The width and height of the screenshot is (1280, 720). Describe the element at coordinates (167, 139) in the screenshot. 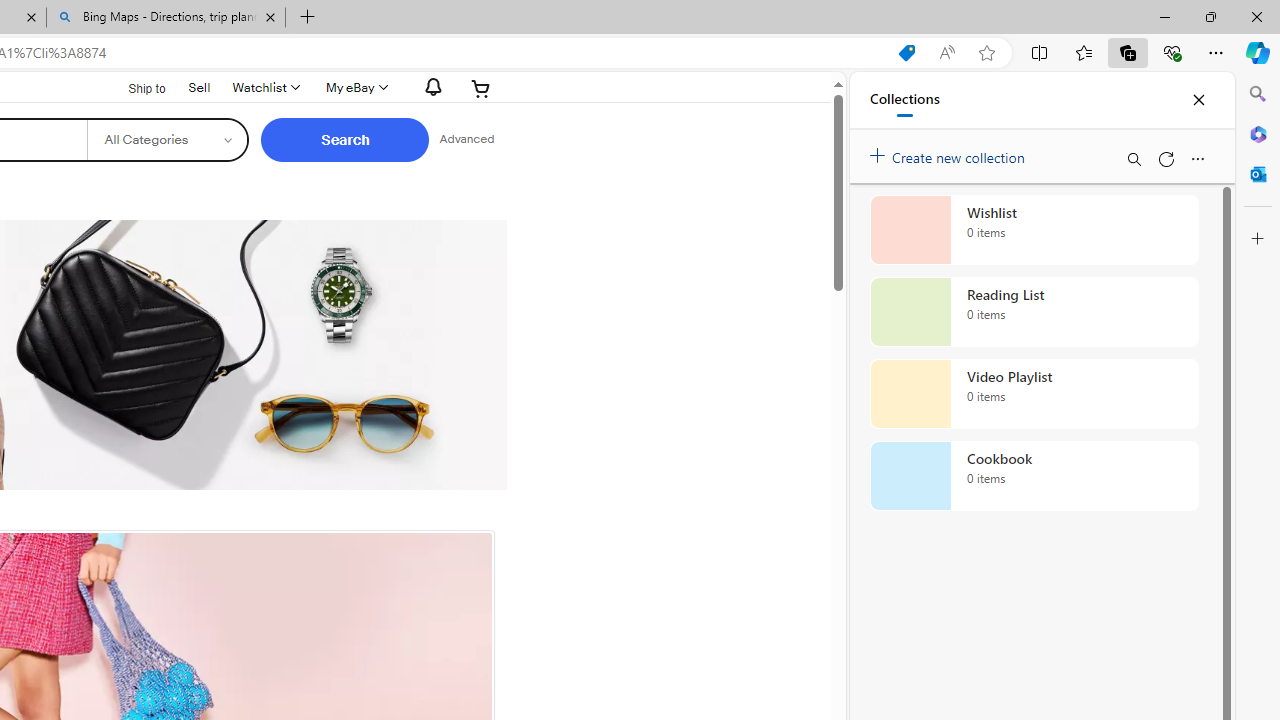

I see `'Select a category for search'` at that location.